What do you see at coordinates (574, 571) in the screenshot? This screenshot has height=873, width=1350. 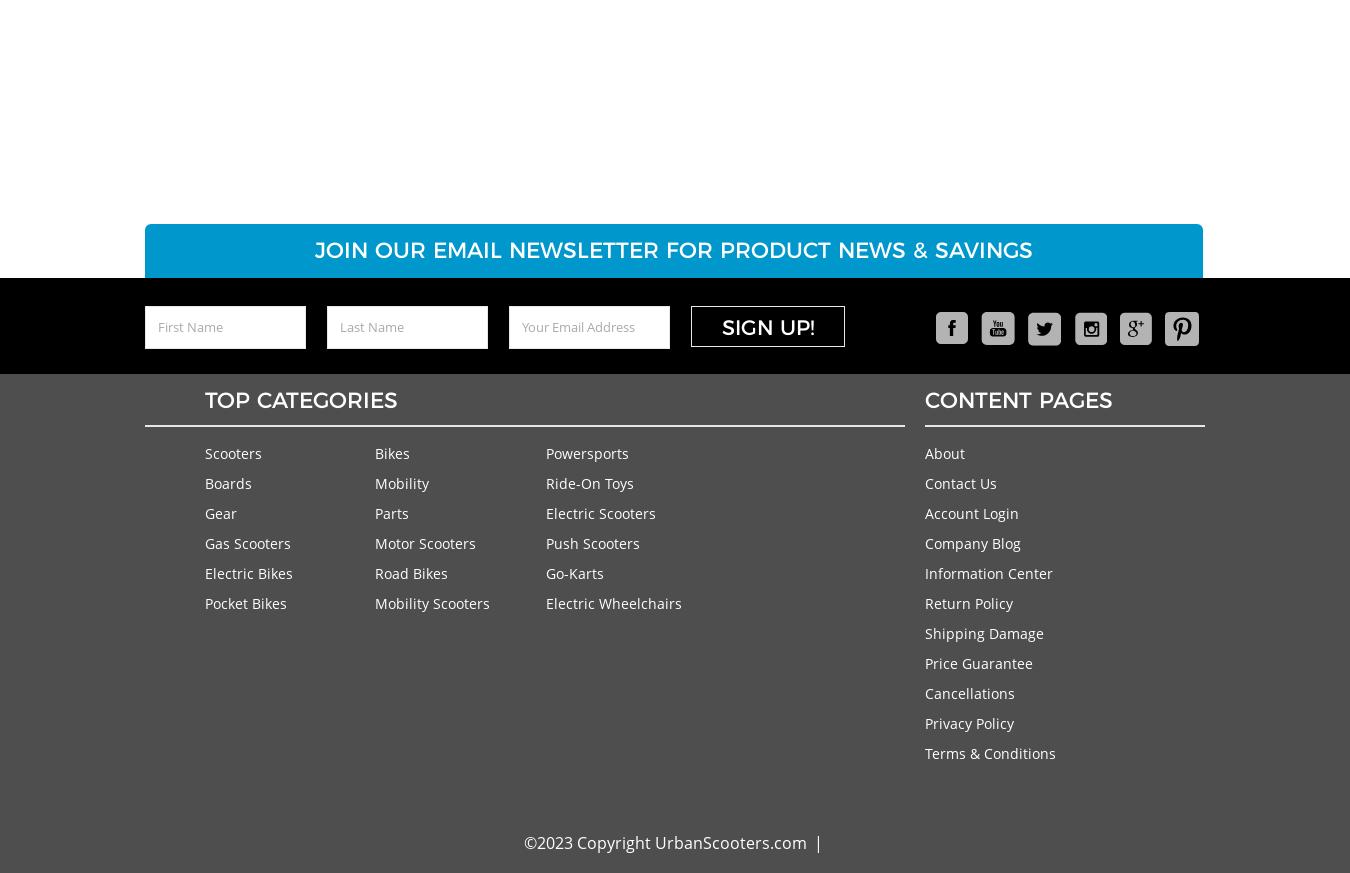 I see `'Go-Karts'` at bounding box center [574, 571].